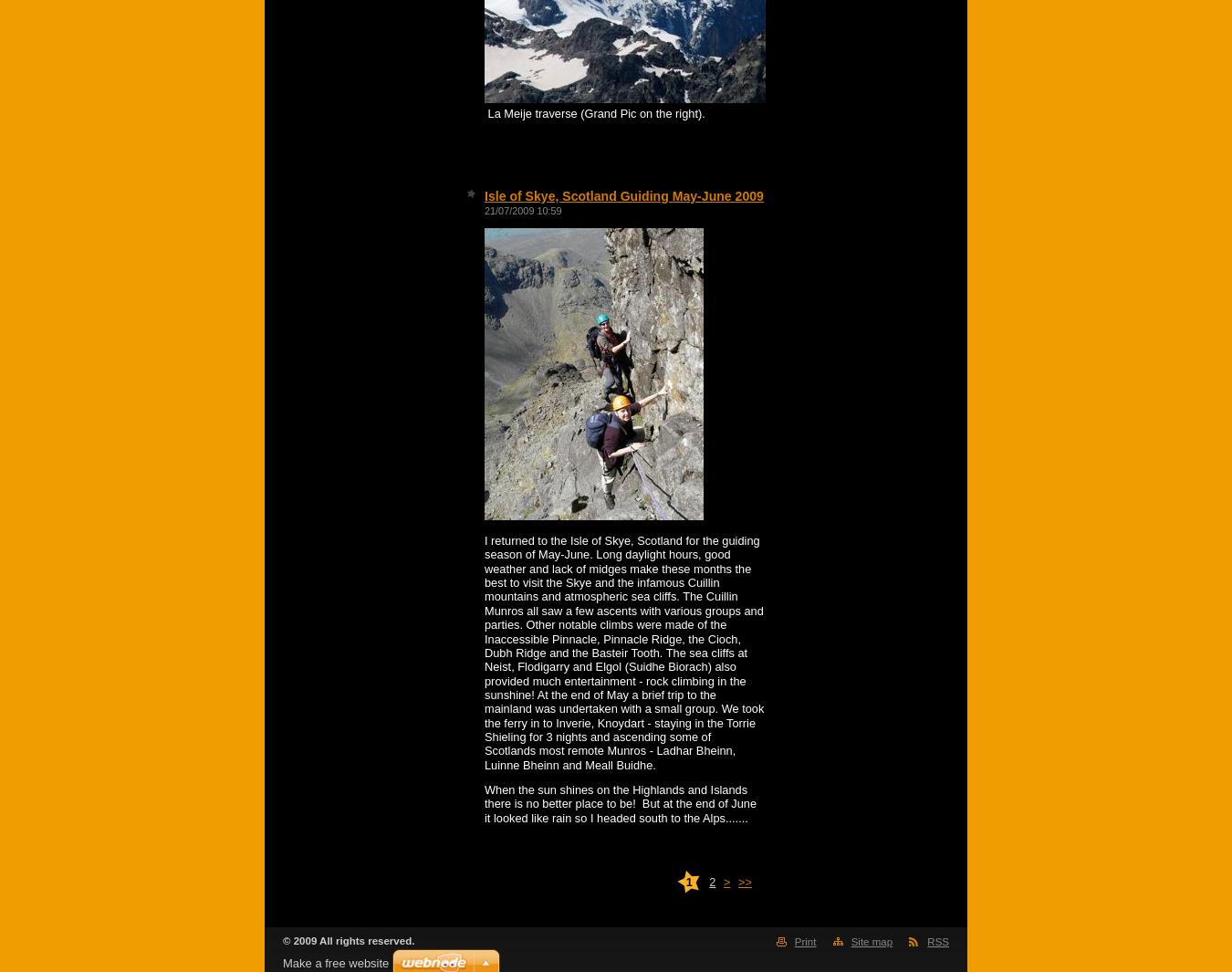 The height and width of the screenshot is (972, 1232). I want to click on 'La Meije traverse (Grand Pic on the right).', so click(594, 111).